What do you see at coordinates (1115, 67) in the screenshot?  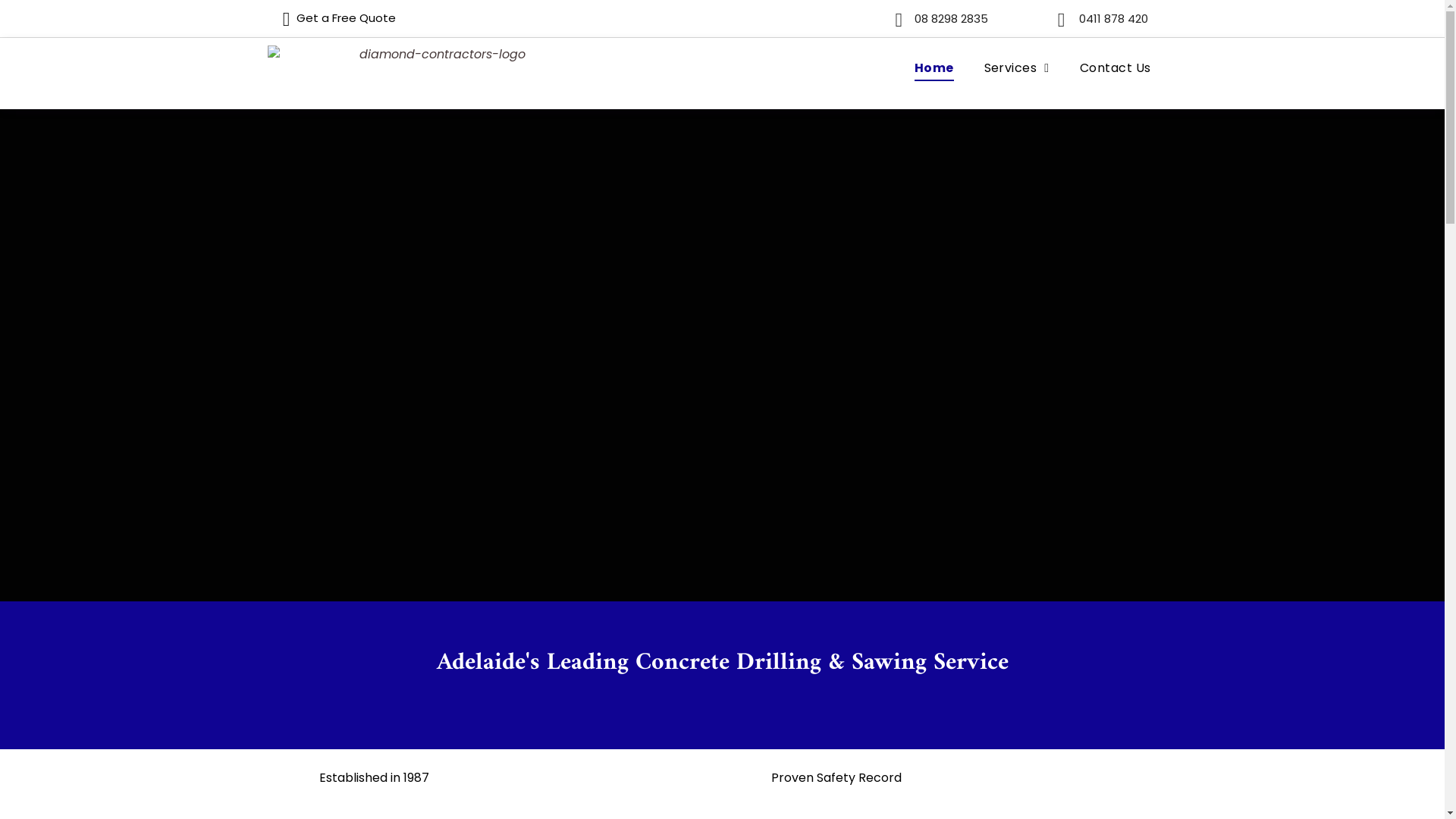 I see `'Contact Us'` at bounding box center [1115, 67].